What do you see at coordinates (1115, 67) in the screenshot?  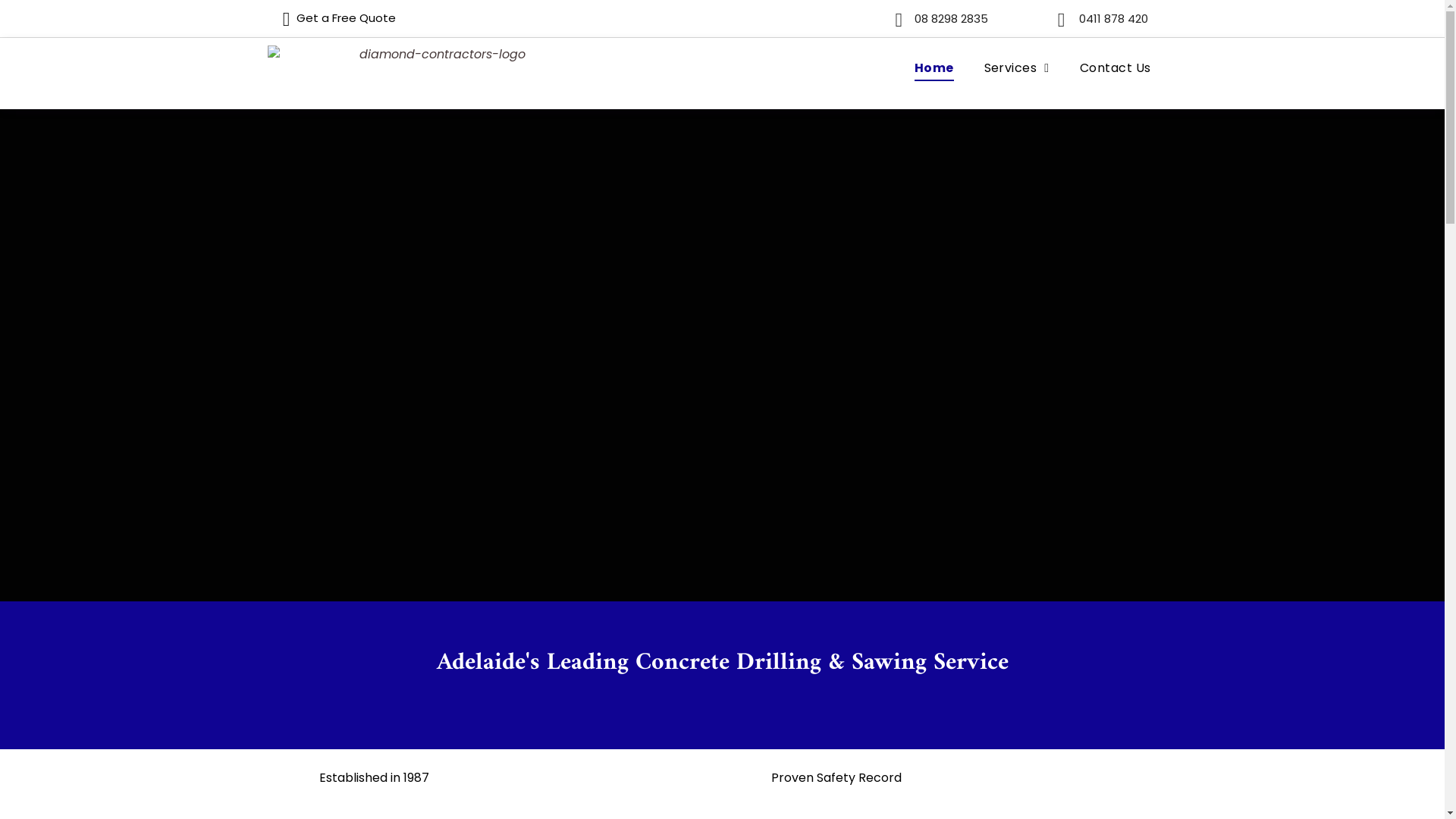 I see `'Contact Us'` at bounding box center [1115, 67].